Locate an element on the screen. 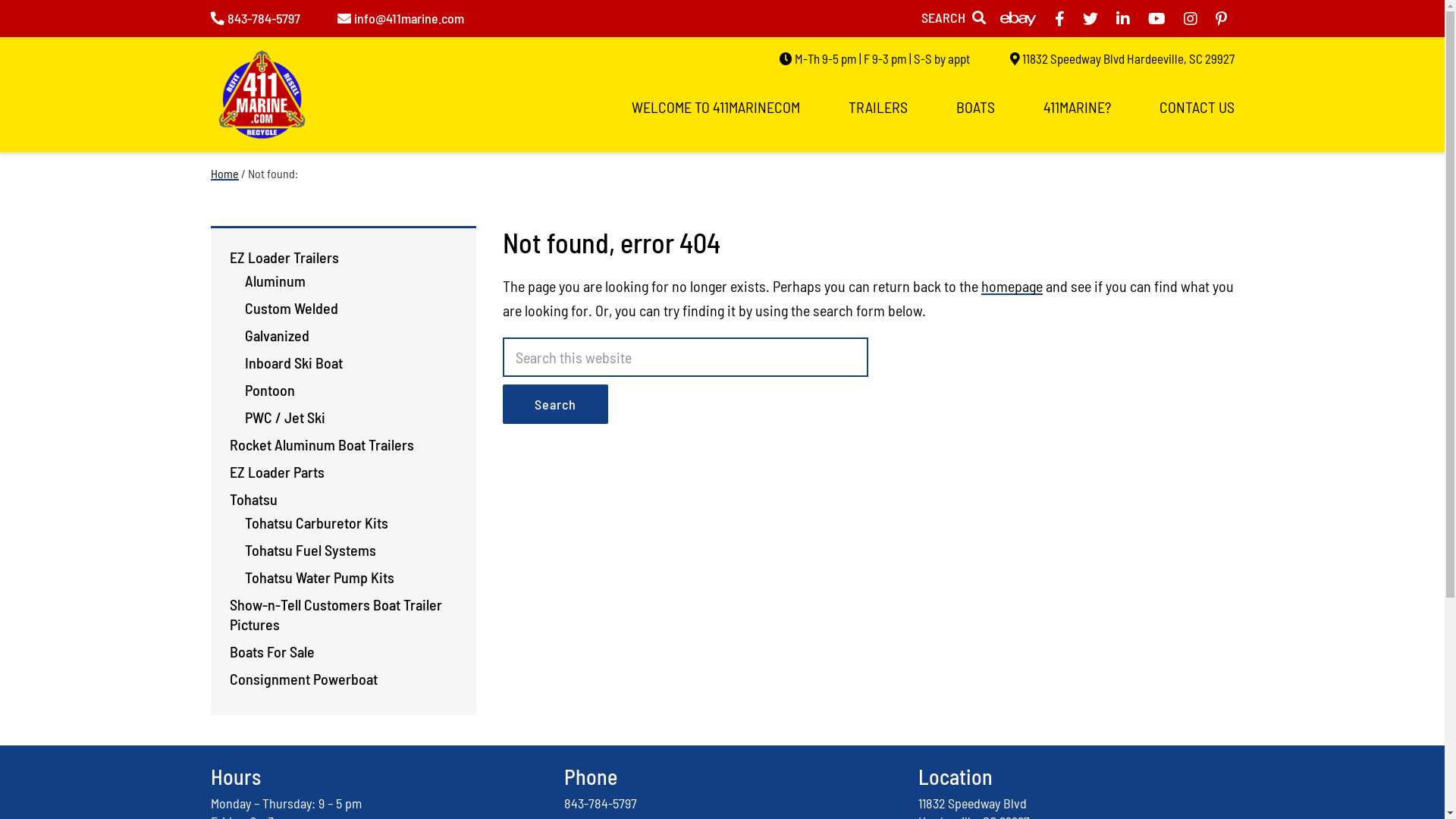 The height and width of the screenshot is (819, 1456). 'SEARCH' is located at coordinates (952, 17).